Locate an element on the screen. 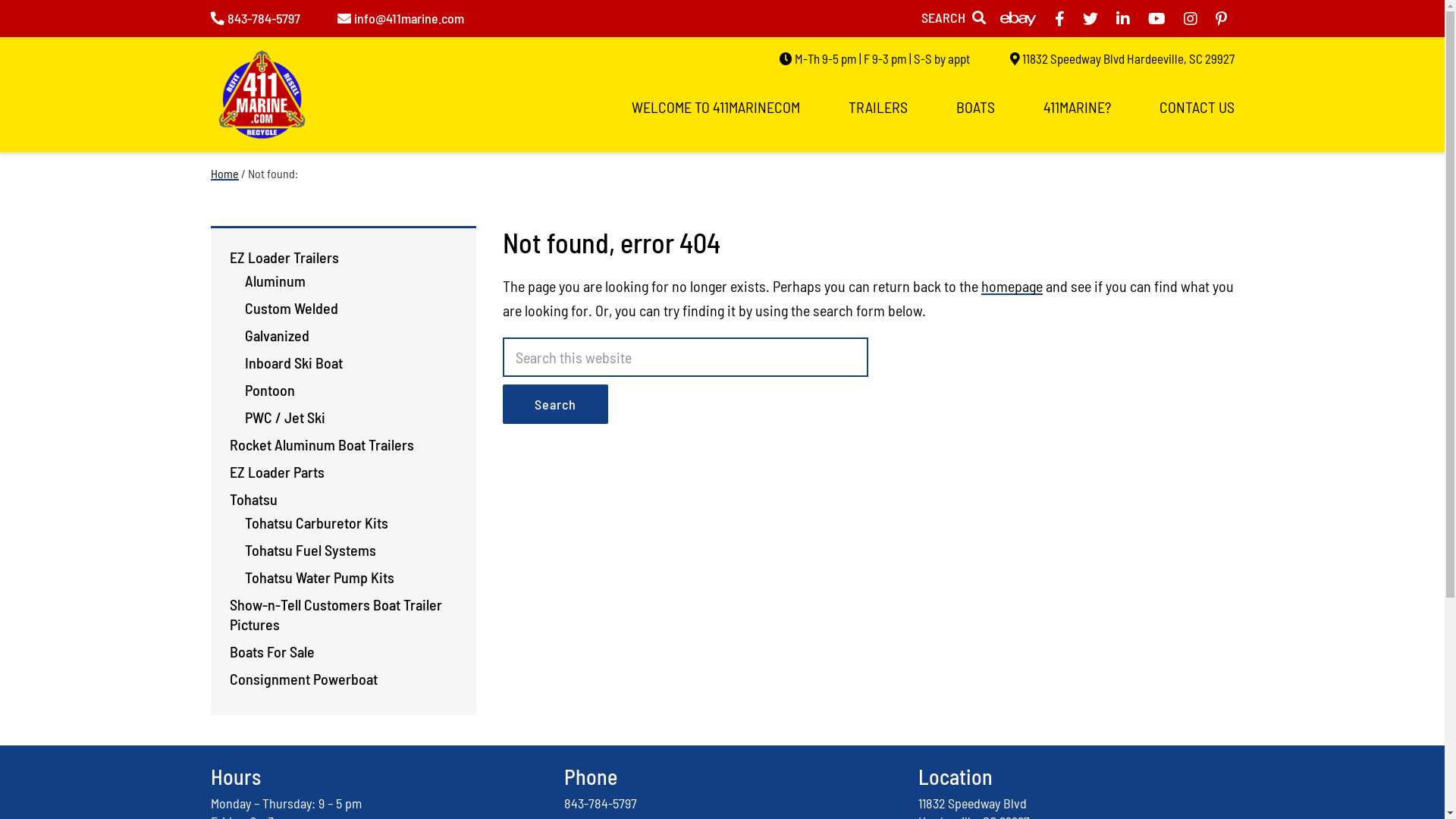 The height and width of the screenshot is (819, 1456). 'SEARCH' is located at coordinates (952, 17).